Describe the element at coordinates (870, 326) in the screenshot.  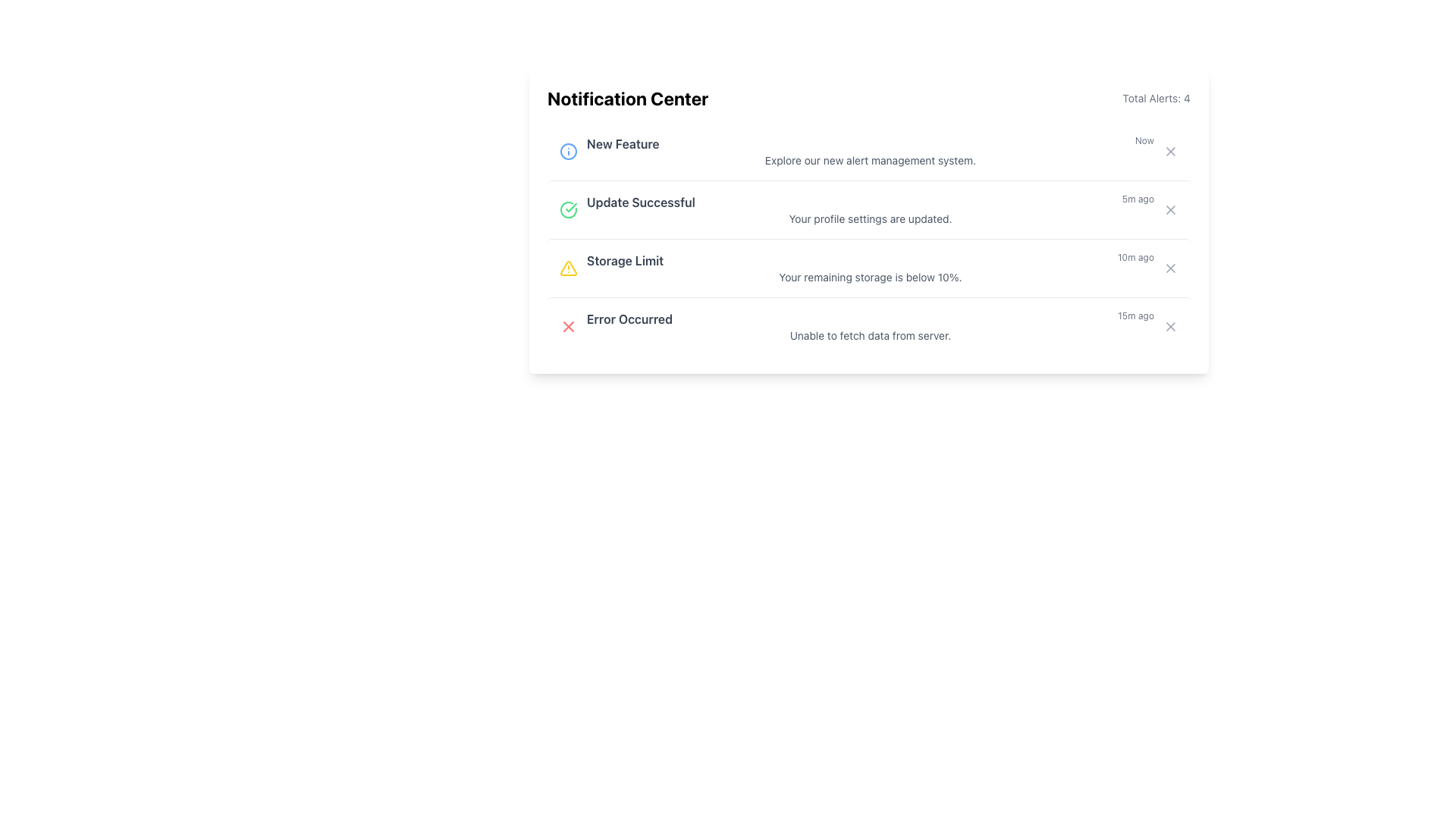
I see `the error notification titled 'Error Occurred' by clicking on it, which is the last entry in the notification center` at that location.